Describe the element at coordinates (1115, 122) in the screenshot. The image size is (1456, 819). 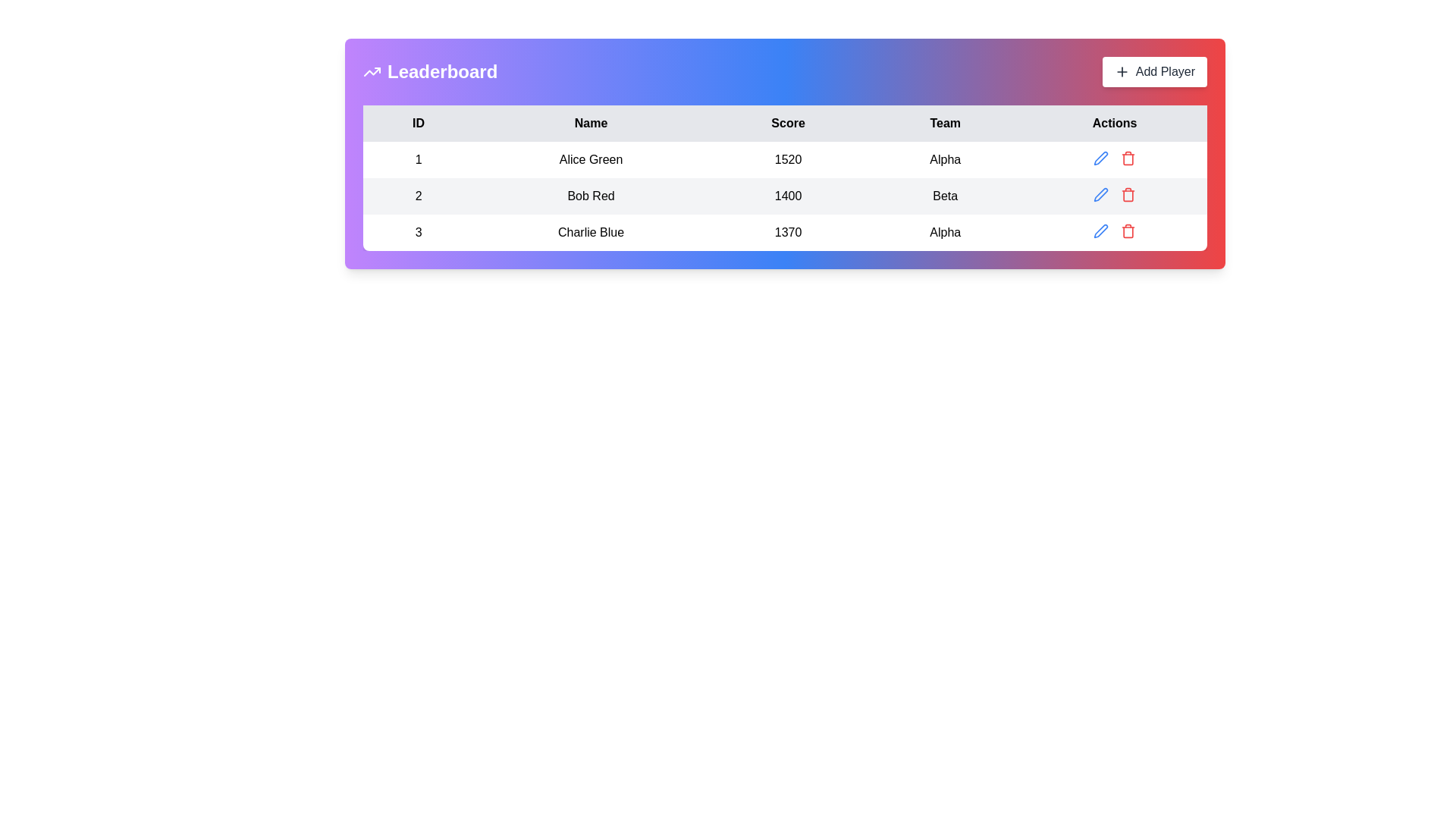
I see `the Text label in the header row of the table, which is the last column on the right, adjacent to the 'Team' header` at that location.